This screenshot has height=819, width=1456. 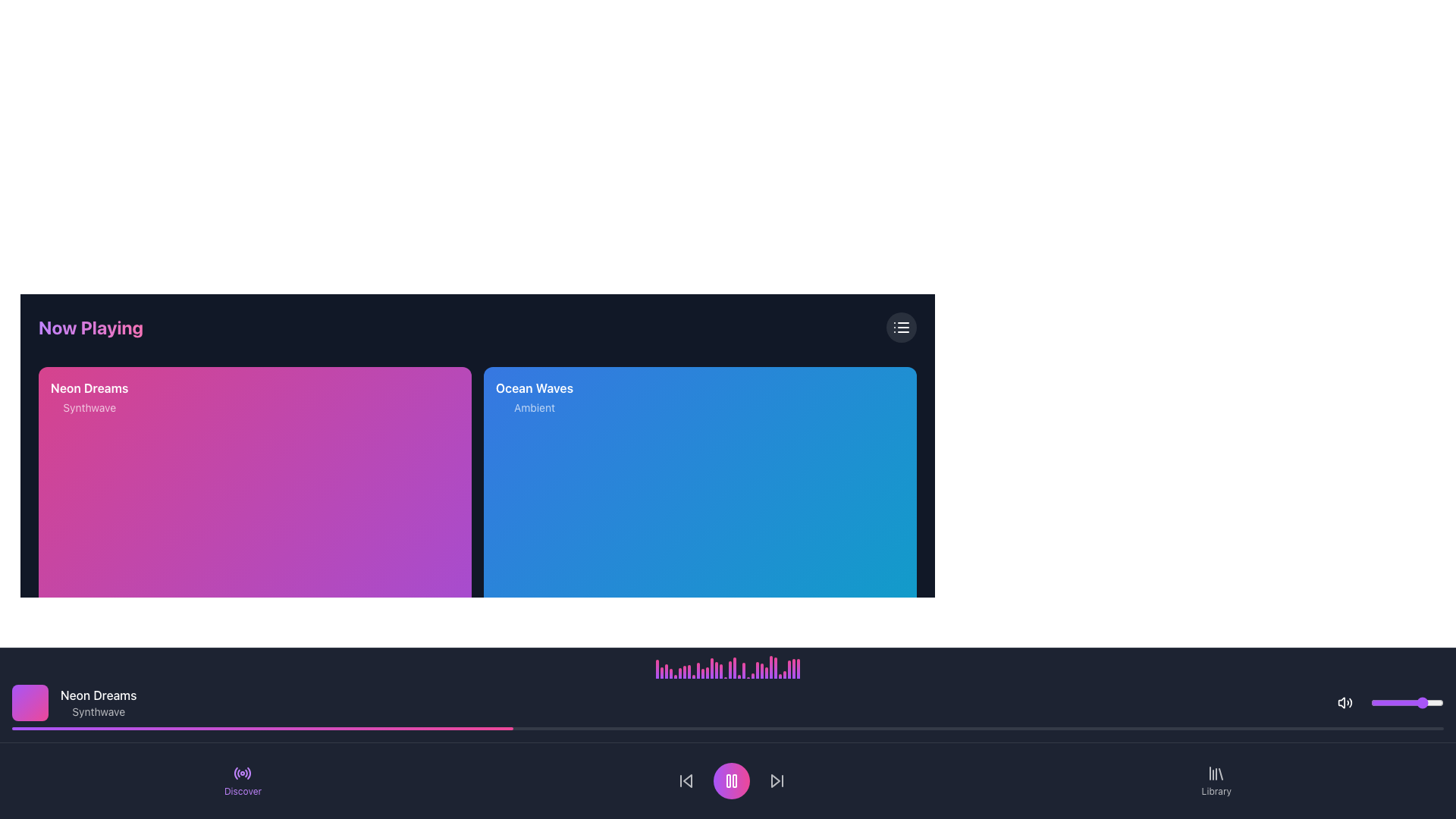 I want to click on the volume, so click(x=1400, y=702).